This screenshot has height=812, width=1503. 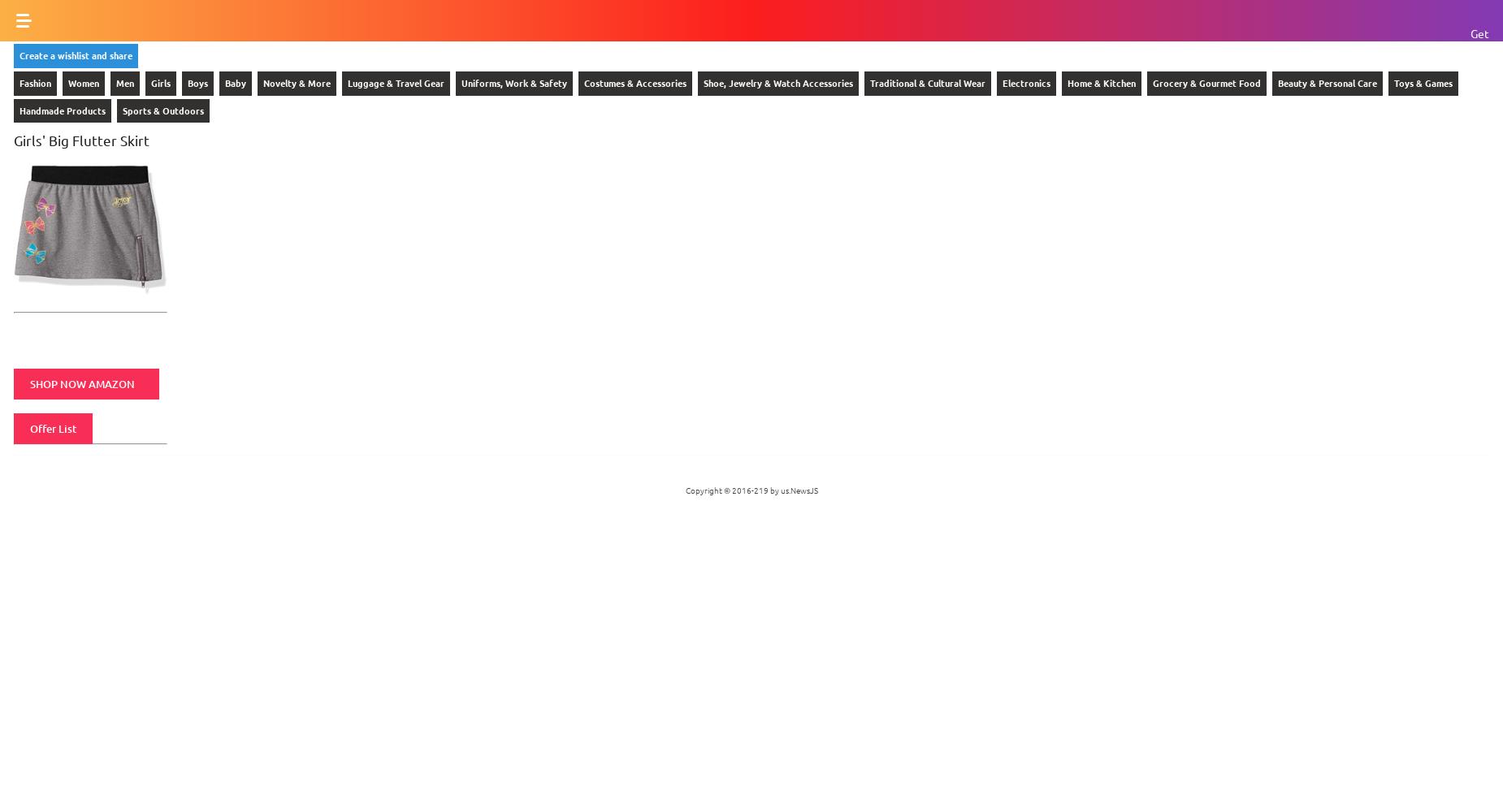 I want to click on 'Fashion', so click(x=34, y=81).